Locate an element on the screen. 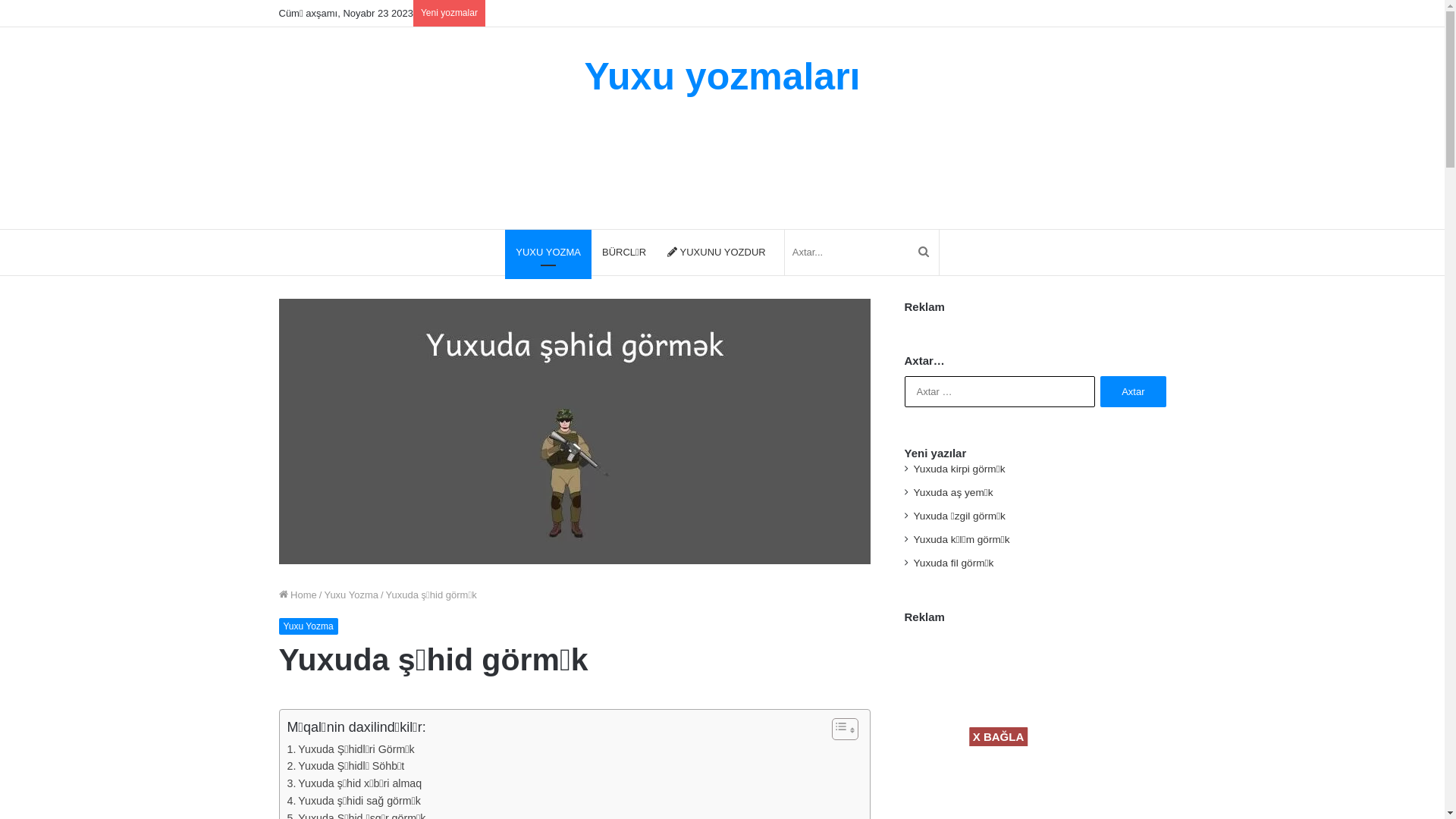  'Yuxu Yozma' is located at coordinates (308, 626).